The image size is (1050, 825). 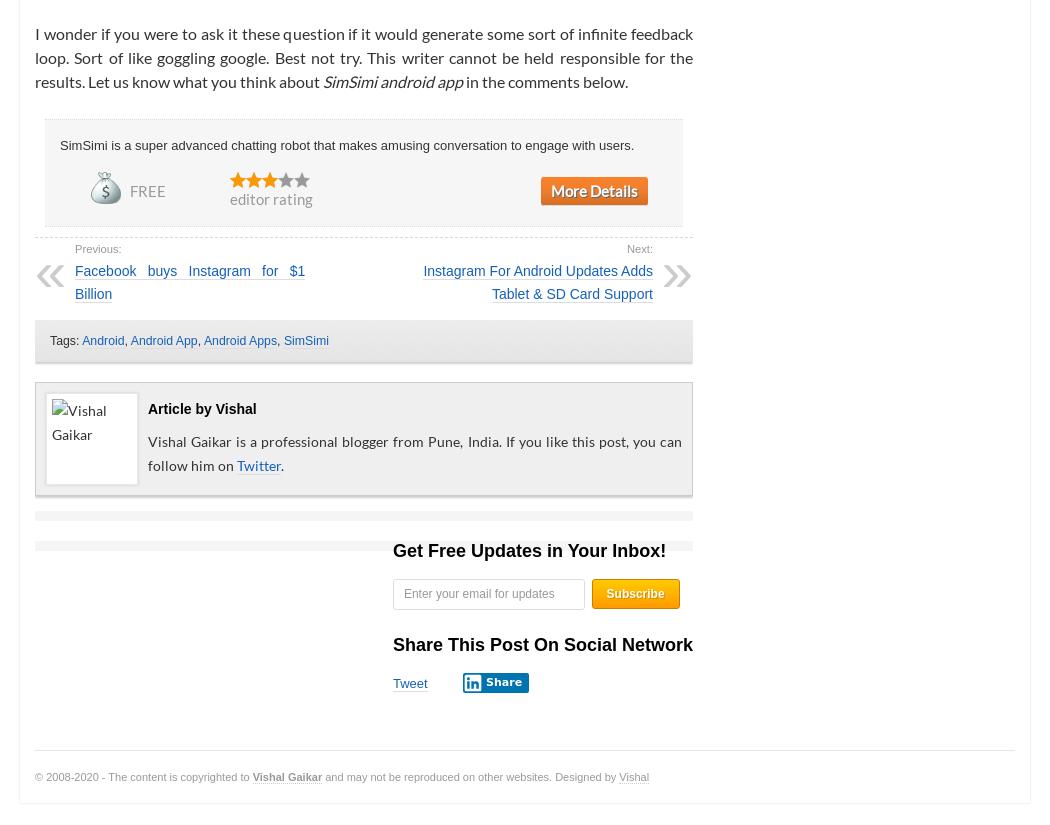 I want to click on 'Android App', so click(x=163, y=338).